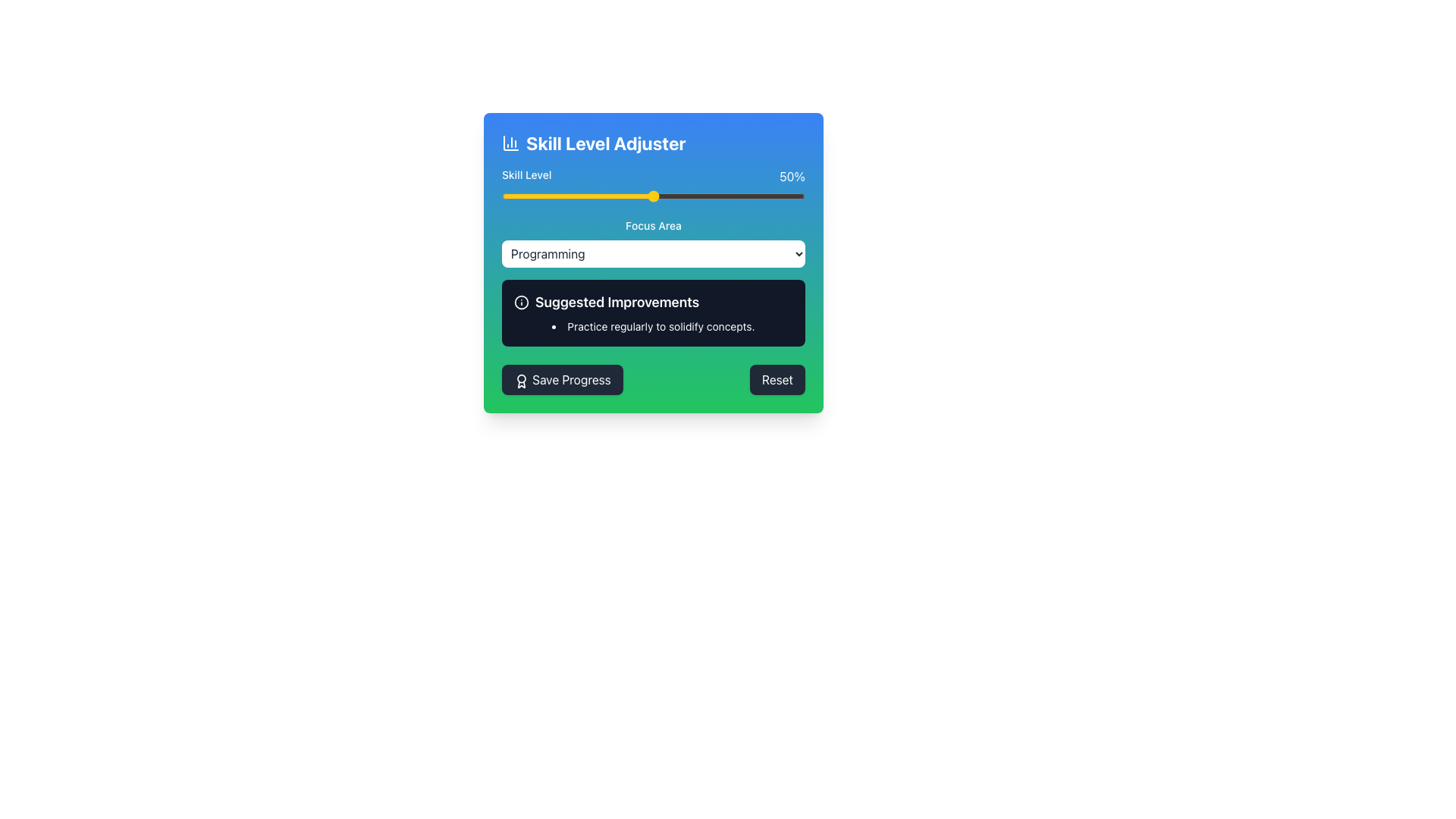 Image resolution: width=1456 pixels, height=819 pixels. What do you see at coordinates (510, 143) in the screenshot?
I see `the decorative icon representing the 'Skill Level Adjuster' on the left side of the header` at bounding box center [510, 143].